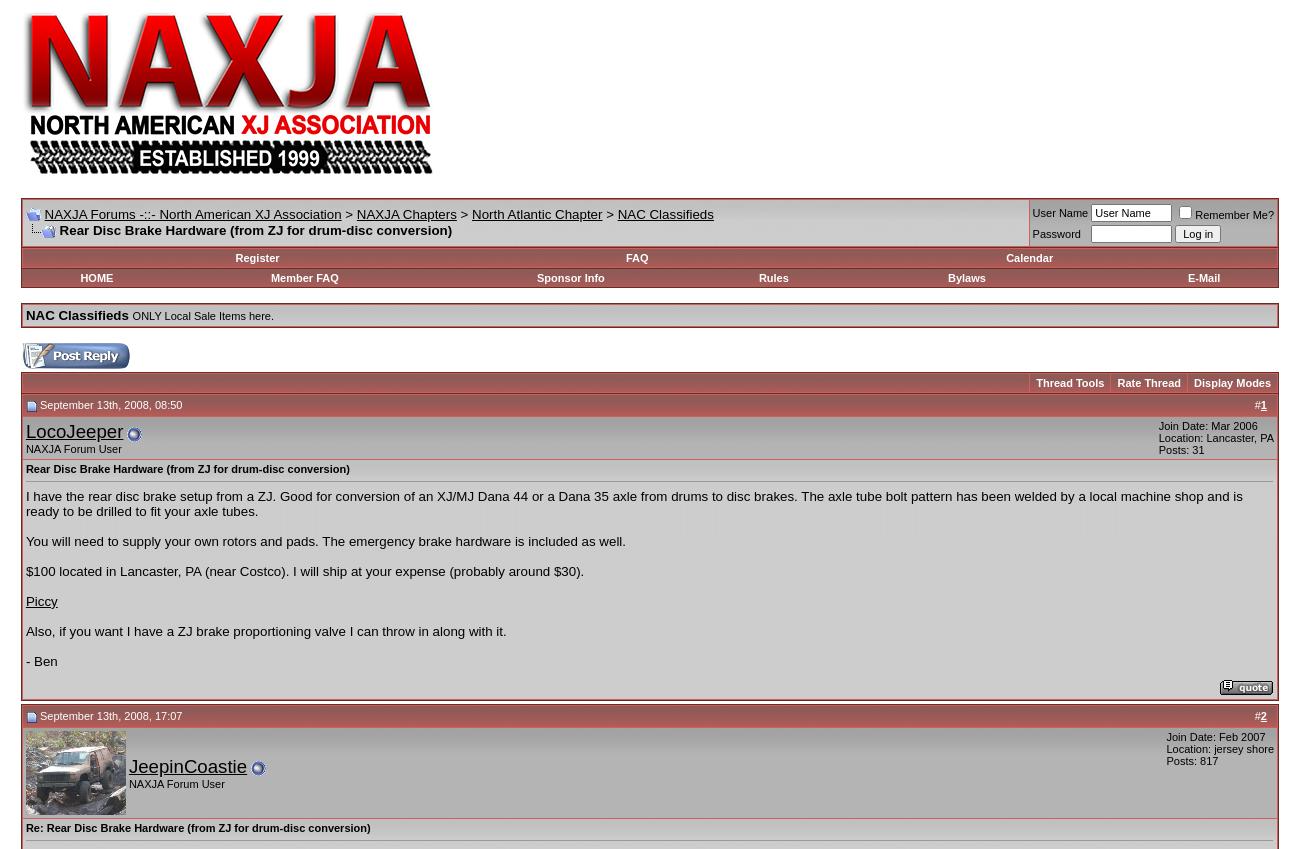 This screenshot has height=849, width=1300. Describe the element at coordinates (1181, 449) in the screenshot. I see `'Posts: 31'` at that location.